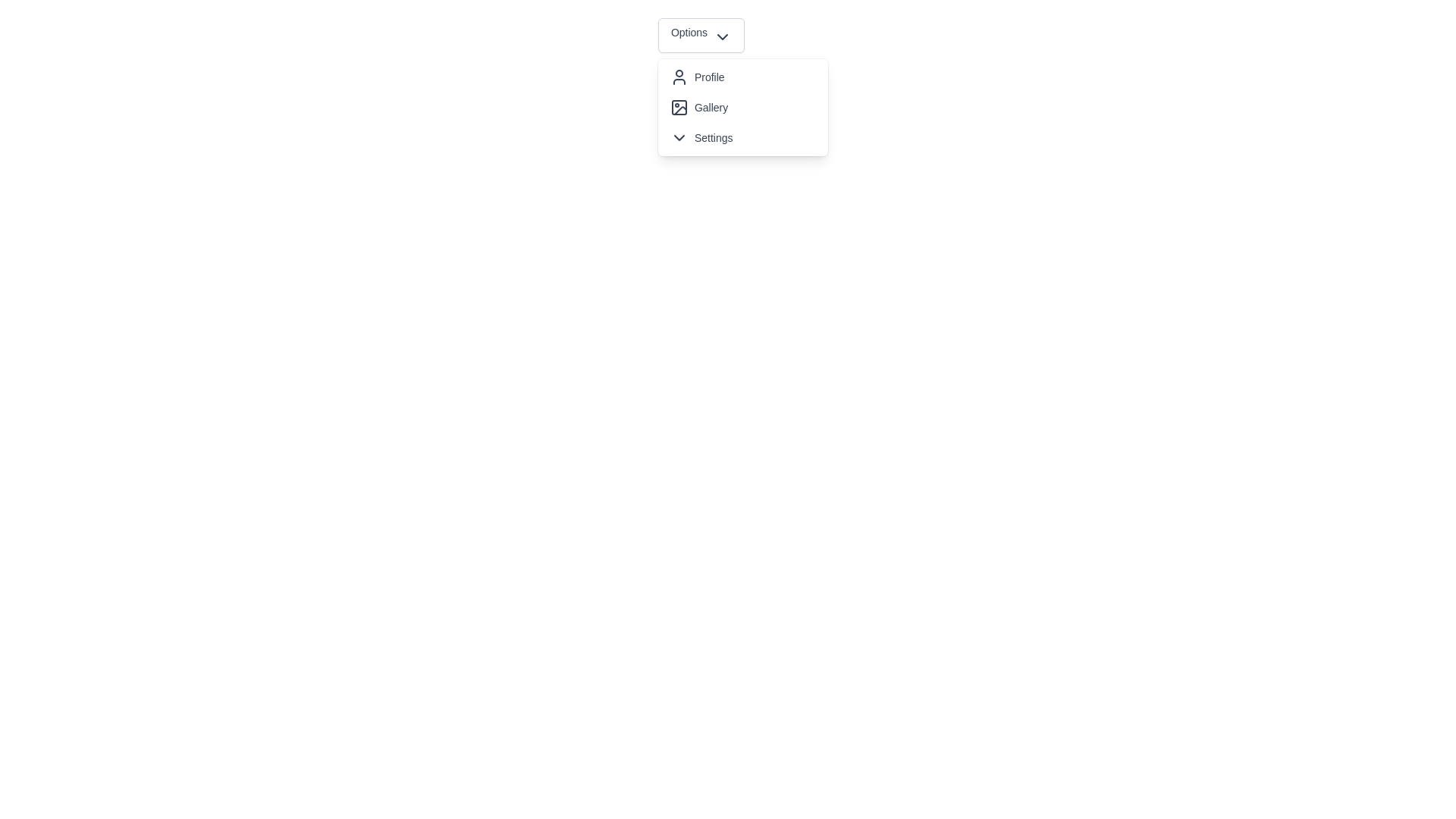 Image resolution: width=1456 pixels, height=819 pixels. Describe the element at coordinates (678, 107) in the screenshot. I see `the icon representing the 'Gallery' menu option in the dropdown menu, which is positioned to the left of the 'Gallery' text` at that location.